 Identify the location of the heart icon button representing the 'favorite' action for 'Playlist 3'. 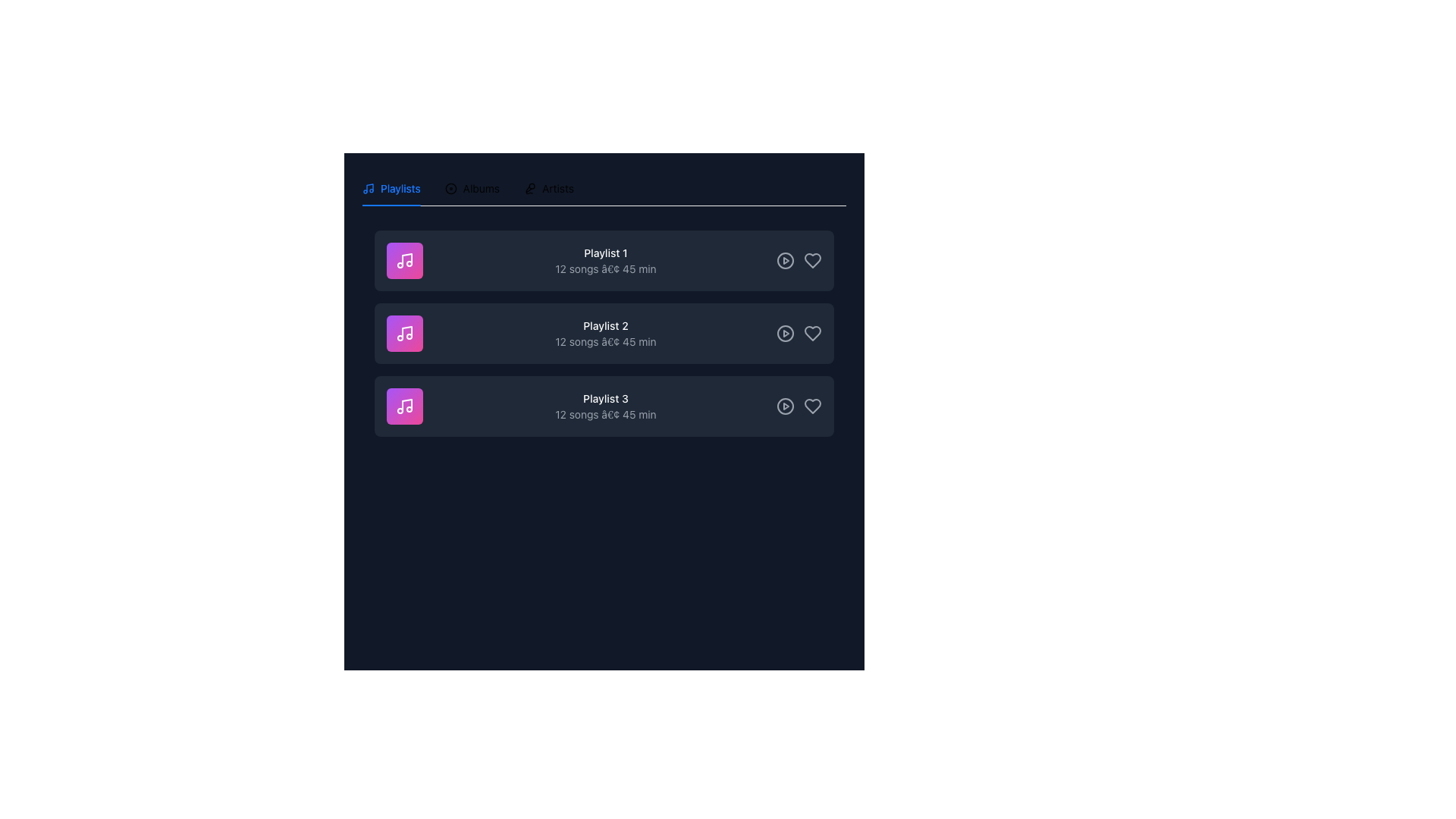
(811, 406).